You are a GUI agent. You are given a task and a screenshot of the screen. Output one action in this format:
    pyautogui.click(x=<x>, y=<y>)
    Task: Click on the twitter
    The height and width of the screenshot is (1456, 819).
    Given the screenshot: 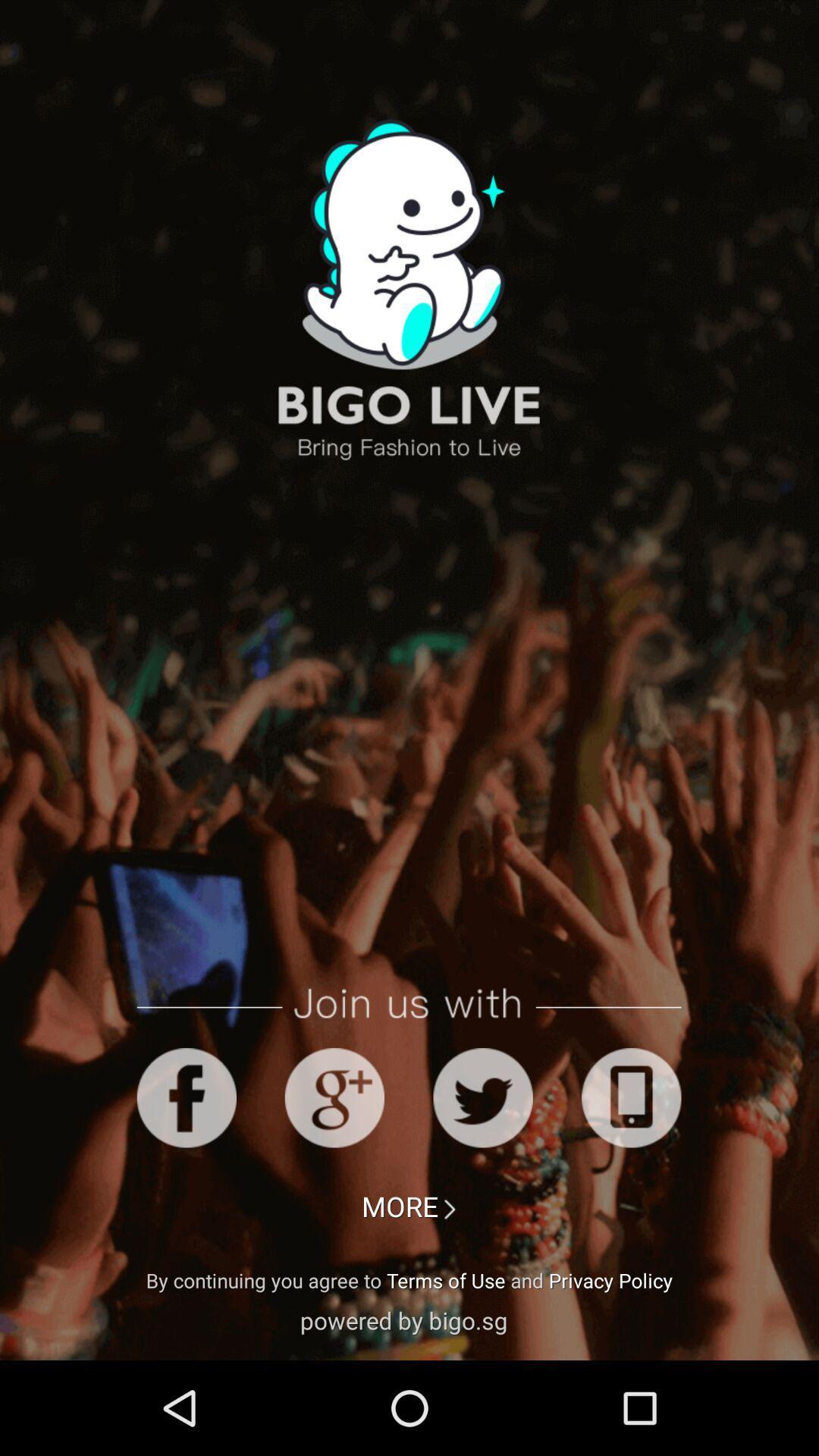 What is the action you would take?
    pyautogui.click(x=483, y=1097)
    